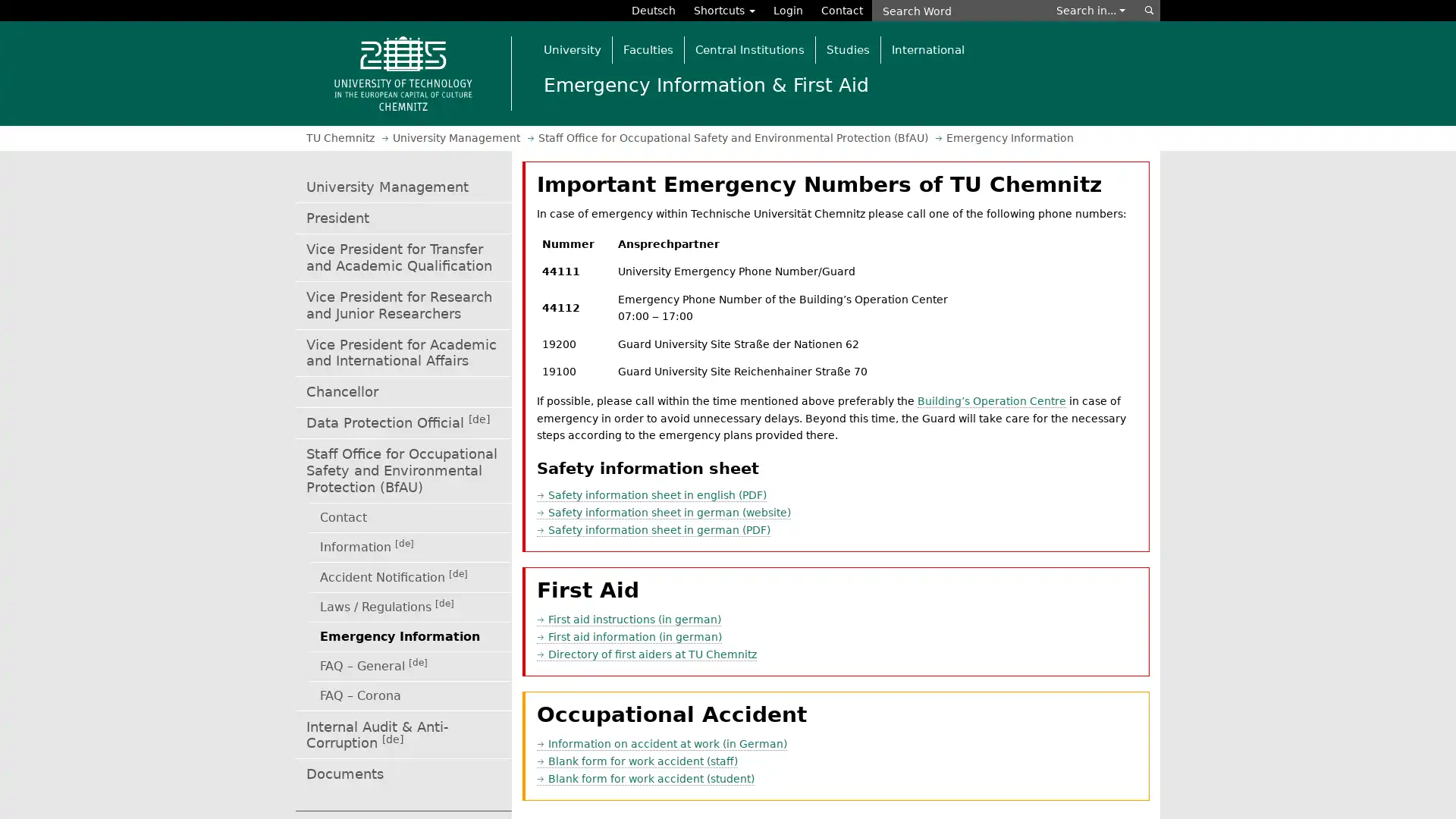  I want to click on Faculties, so click(648, 49).